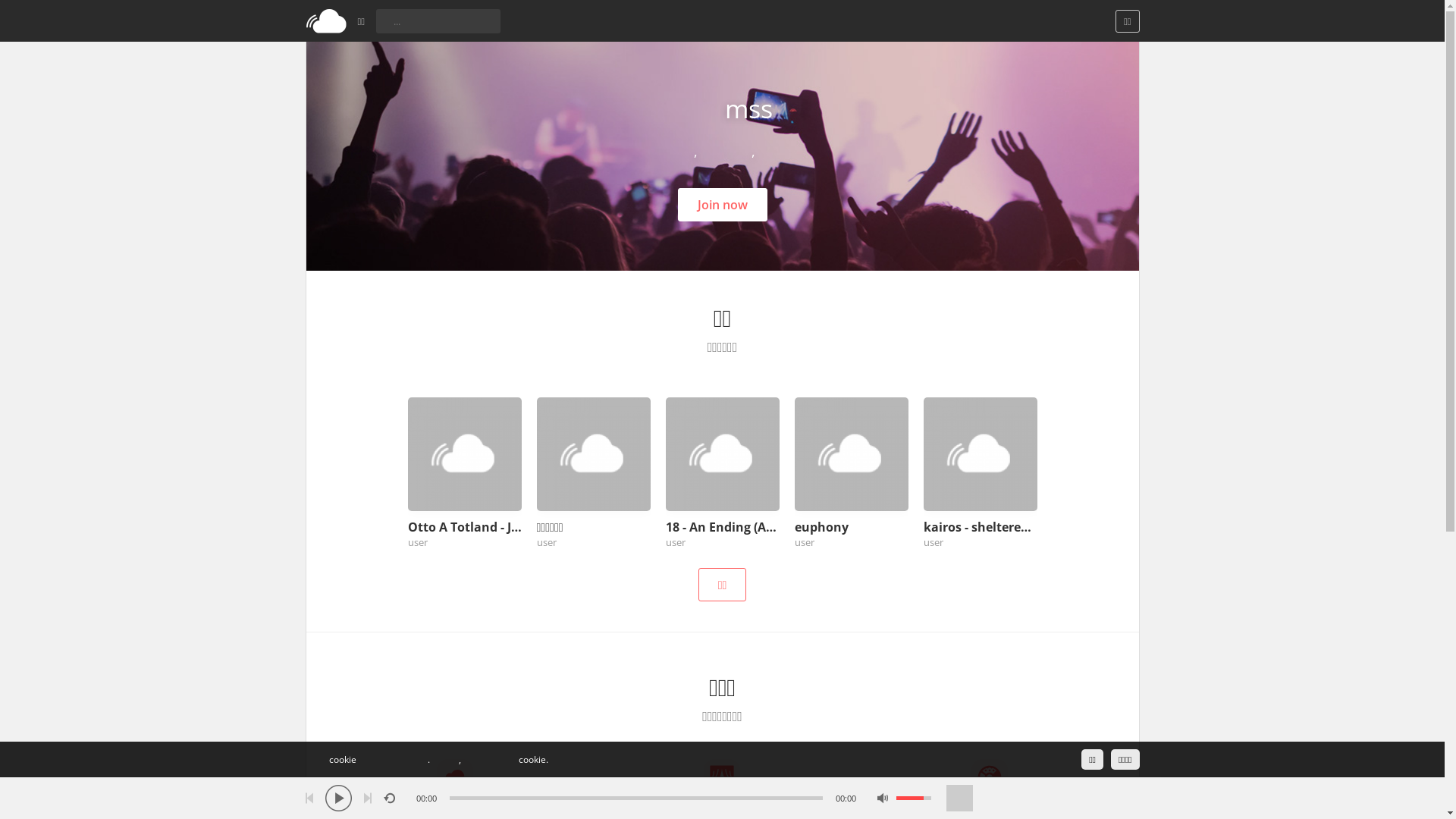 The image size is (1456, 819). What do you see at coordinates (464, 526) in the screenshot?
I see `'Otto A Totland - Jonas'` at bounding box center [464, 526].